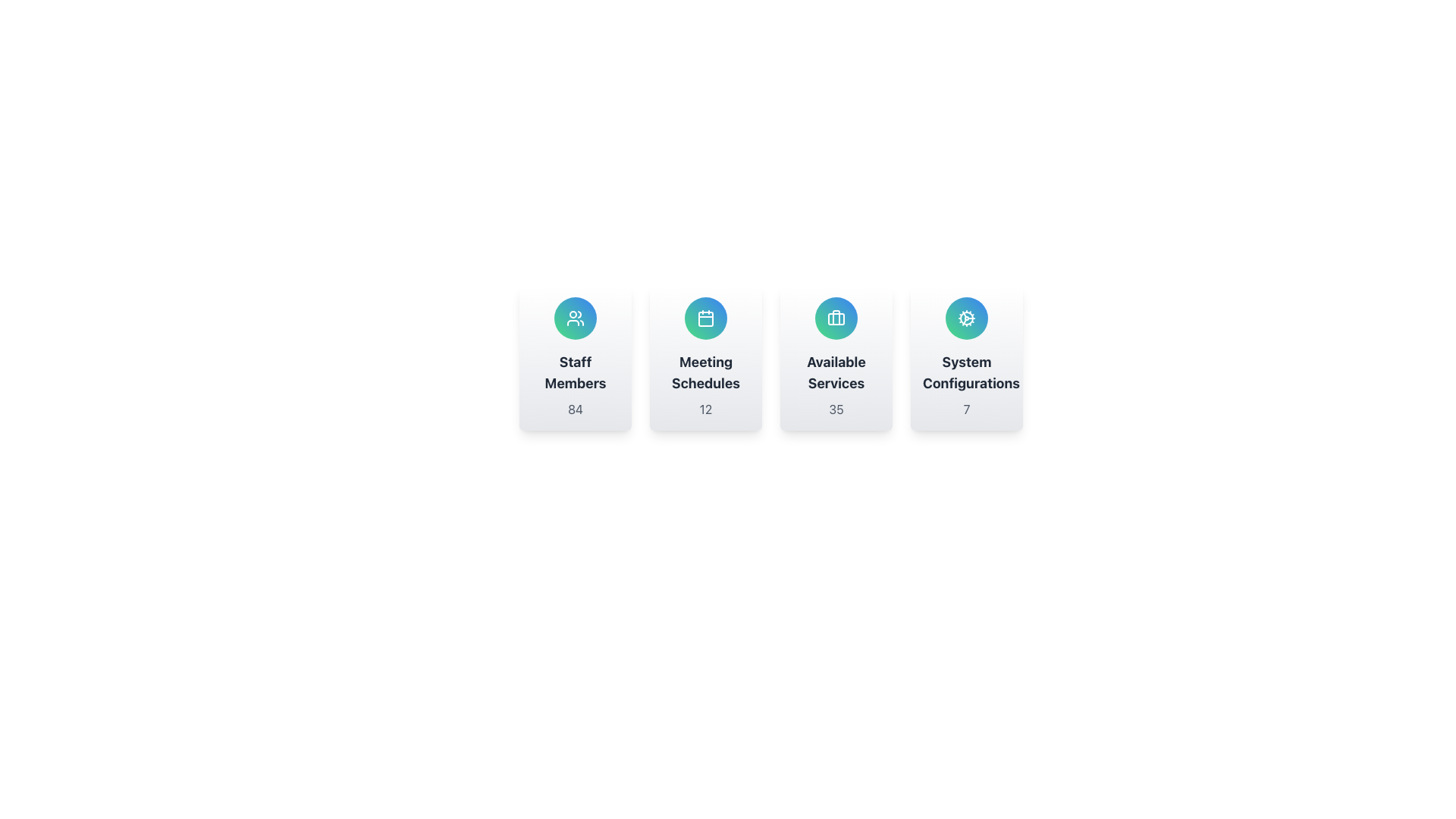  What do you see at coordinates (836, 317) in the screenshot?
I see `the vertical rectangular icon associated with 'Available Services' located in the third card of the row` at bounding box center [836, 317].